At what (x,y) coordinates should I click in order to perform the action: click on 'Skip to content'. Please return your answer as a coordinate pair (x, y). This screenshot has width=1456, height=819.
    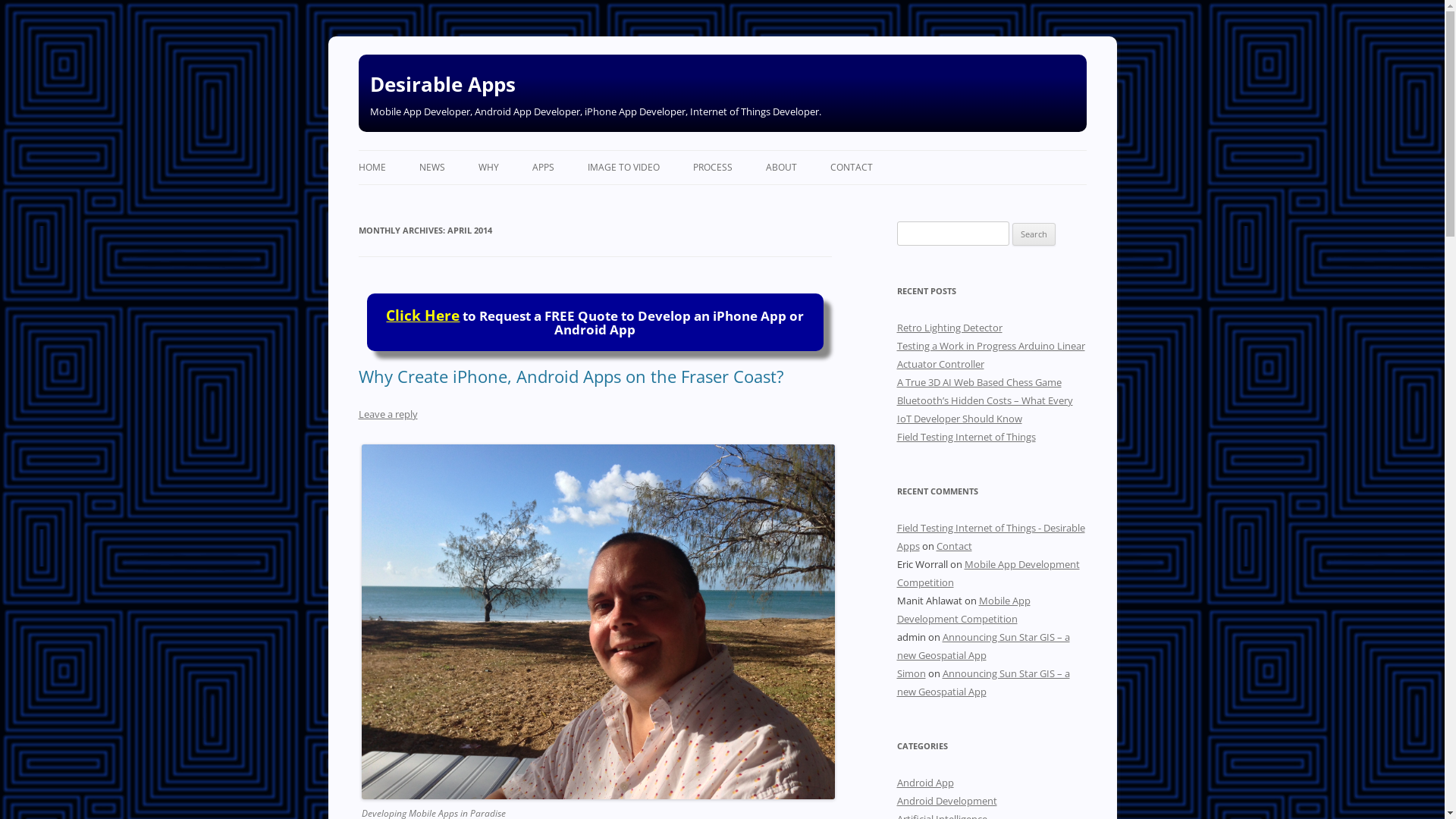
    Looking at the image, I should click on (720, 150).